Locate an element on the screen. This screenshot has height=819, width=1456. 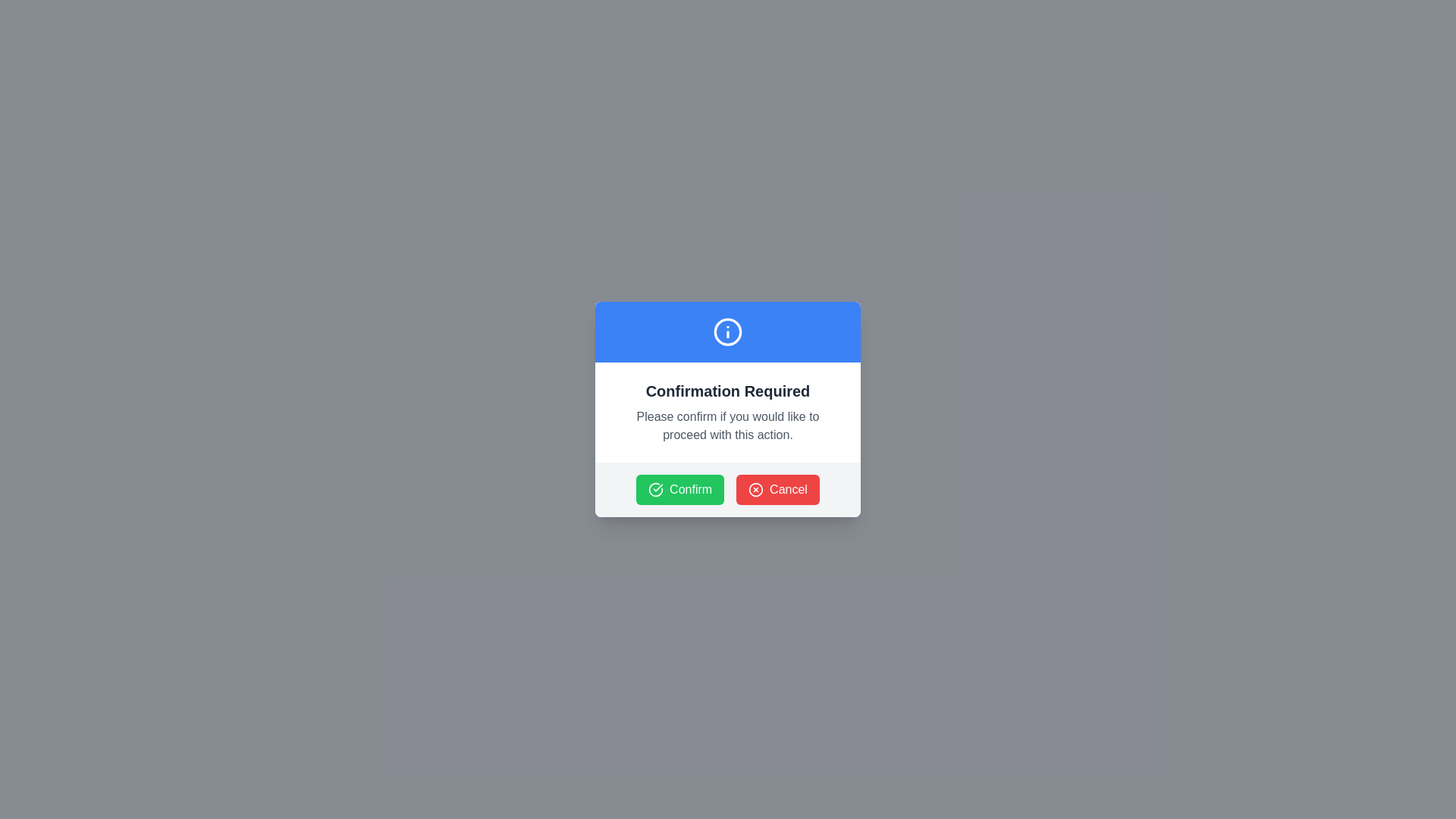
the decorative circular graphic of the information icon within the confirmation dialog, which visually indicates the purpose of the dialog box as an informational message is located at coordinates (728, 331).